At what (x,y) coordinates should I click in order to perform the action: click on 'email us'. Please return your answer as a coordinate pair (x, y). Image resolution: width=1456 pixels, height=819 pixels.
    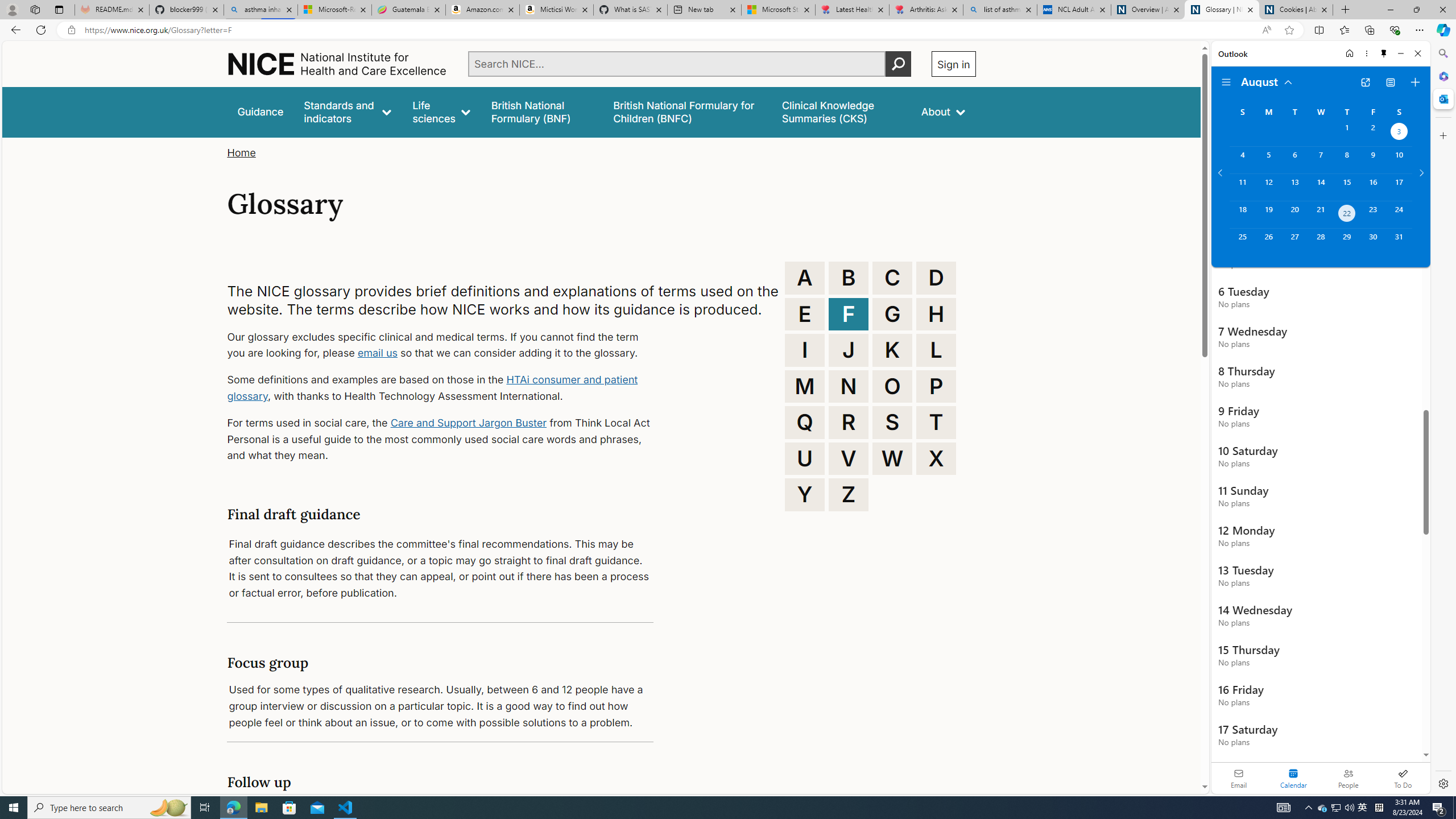
    Looking at the image, I should click on (377, 353).